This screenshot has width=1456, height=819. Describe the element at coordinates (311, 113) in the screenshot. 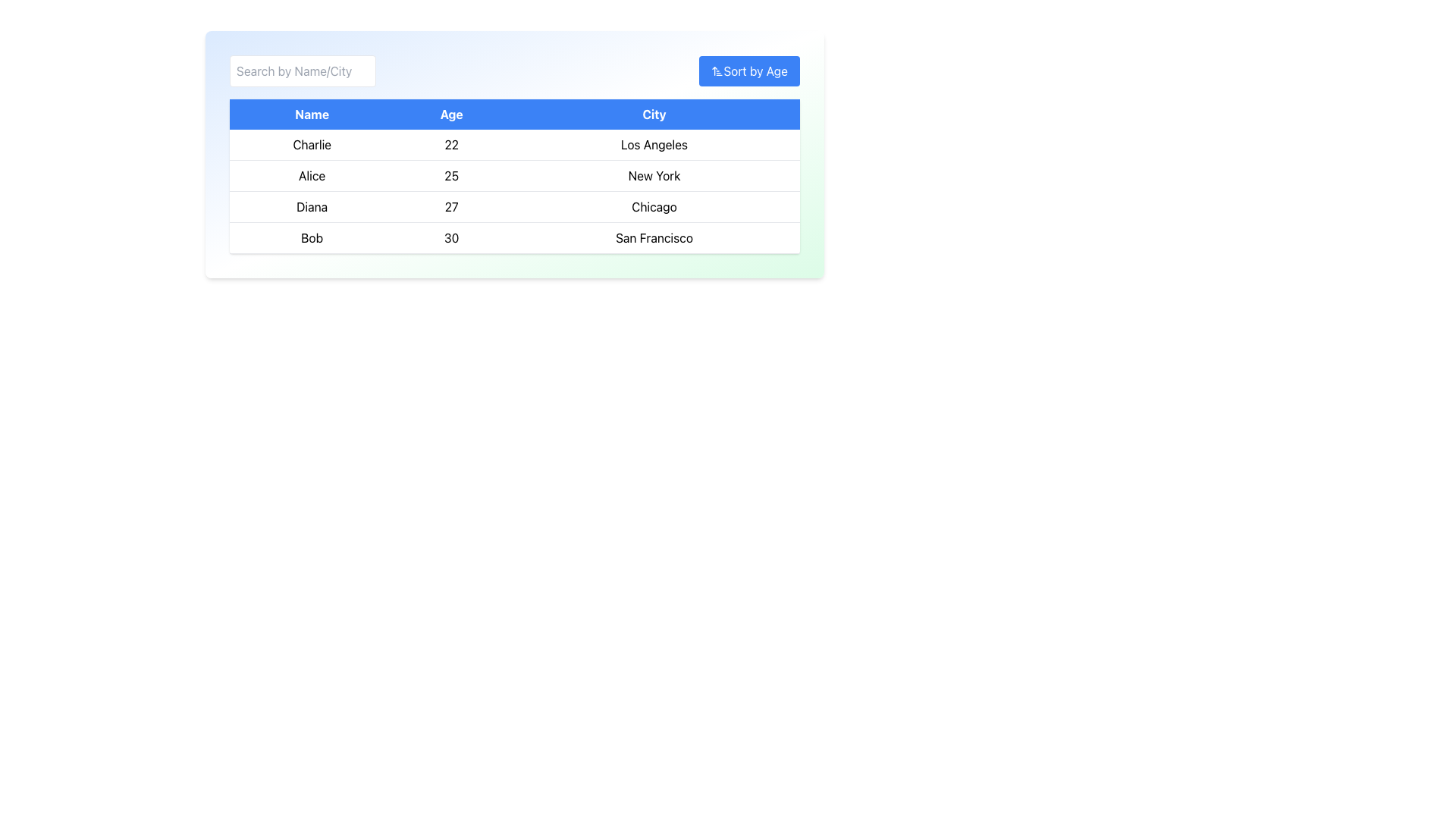

I see `text from the text label displaying 'Name' in white font on a blue background, which is the first column header in the table` at that location.